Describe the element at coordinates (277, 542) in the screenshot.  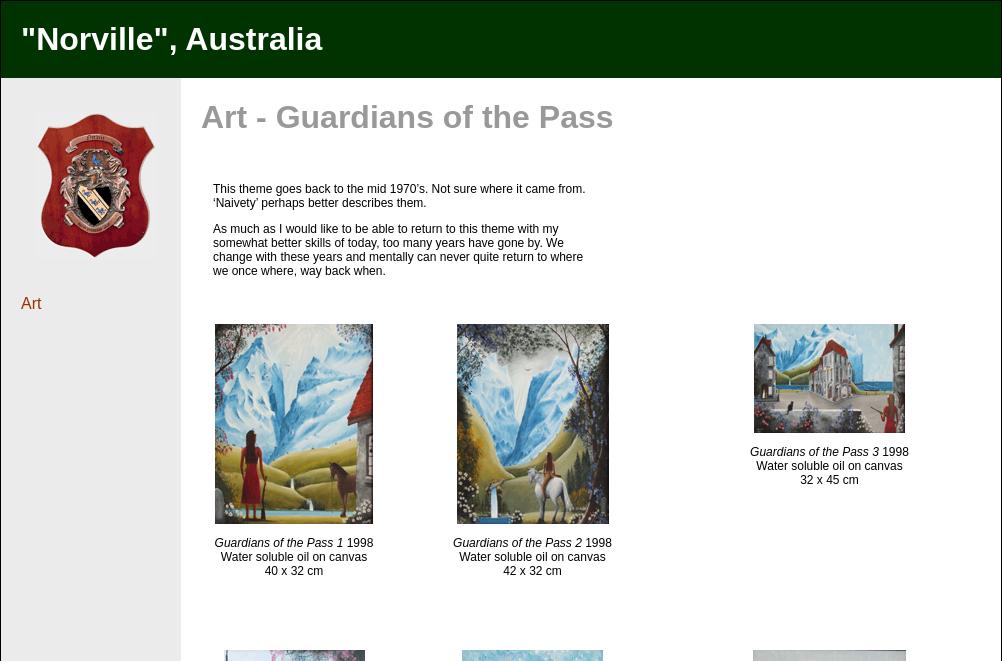
I see `'Guardians of the Pass 1'` at that location.